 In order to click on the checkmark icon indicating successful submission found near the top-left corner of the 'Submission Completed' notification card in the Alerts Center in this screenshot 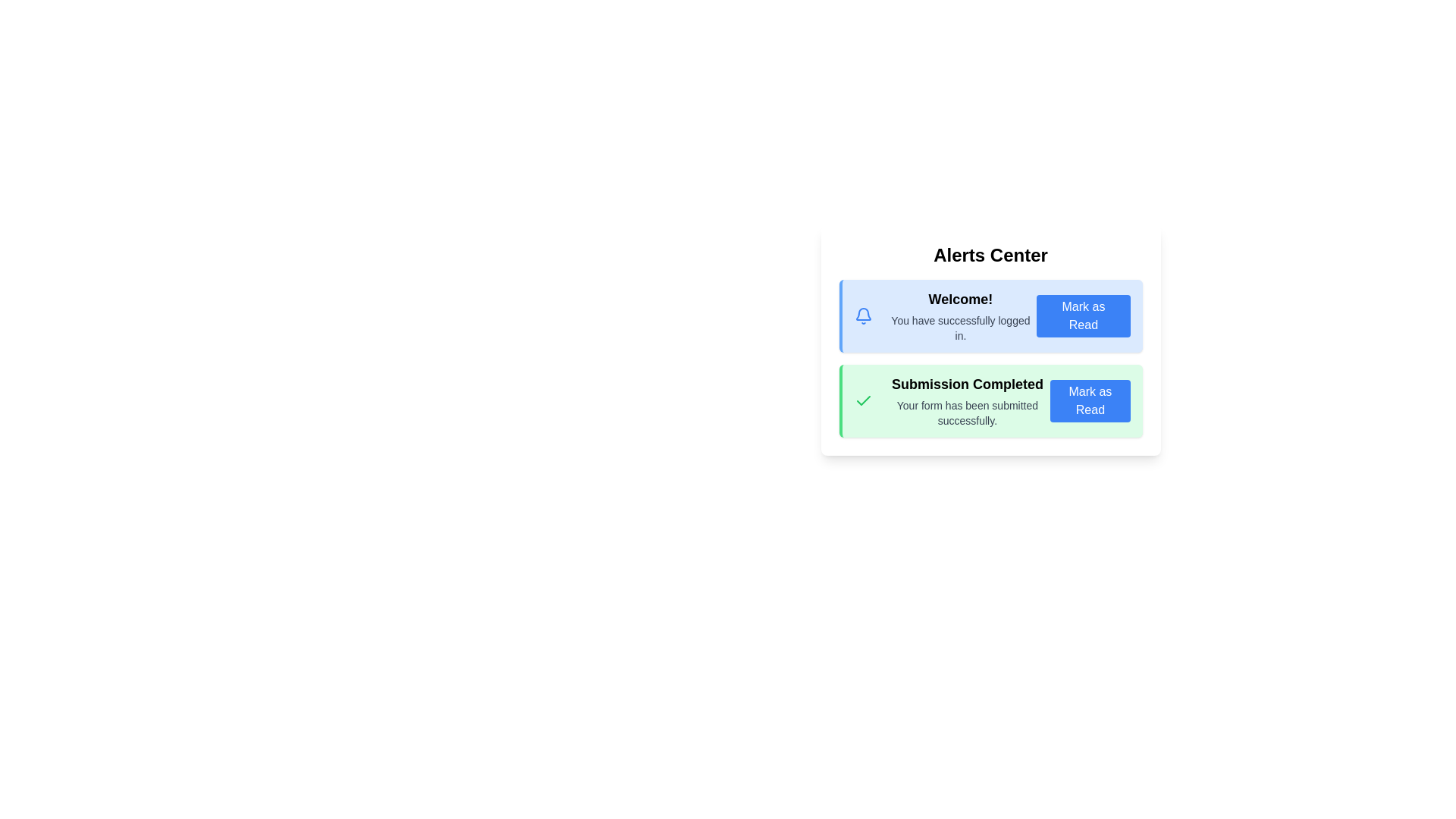, I will do `click(863, 400)`.